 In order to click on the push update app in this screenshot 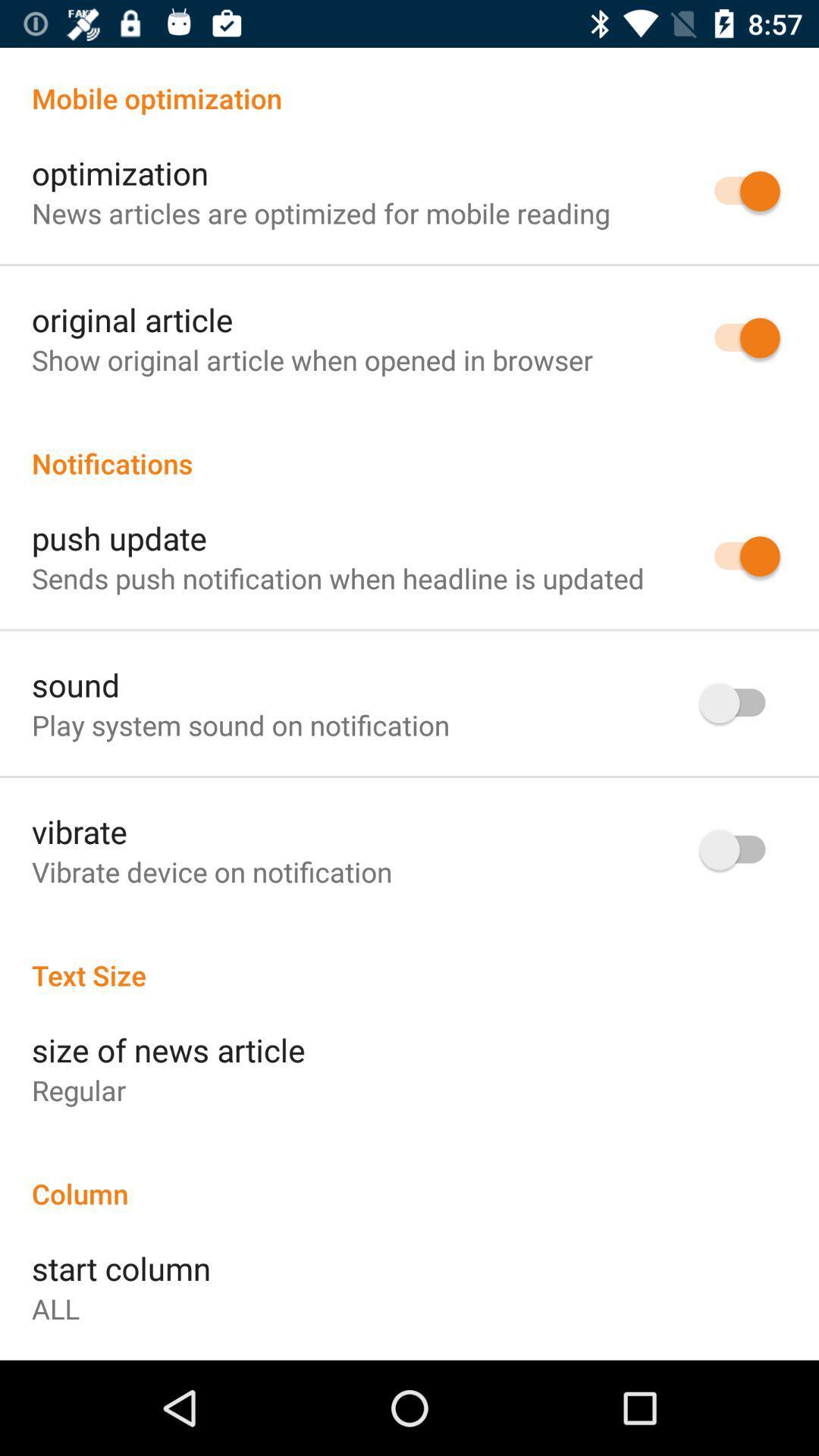, I will do `click(118, 538)`.